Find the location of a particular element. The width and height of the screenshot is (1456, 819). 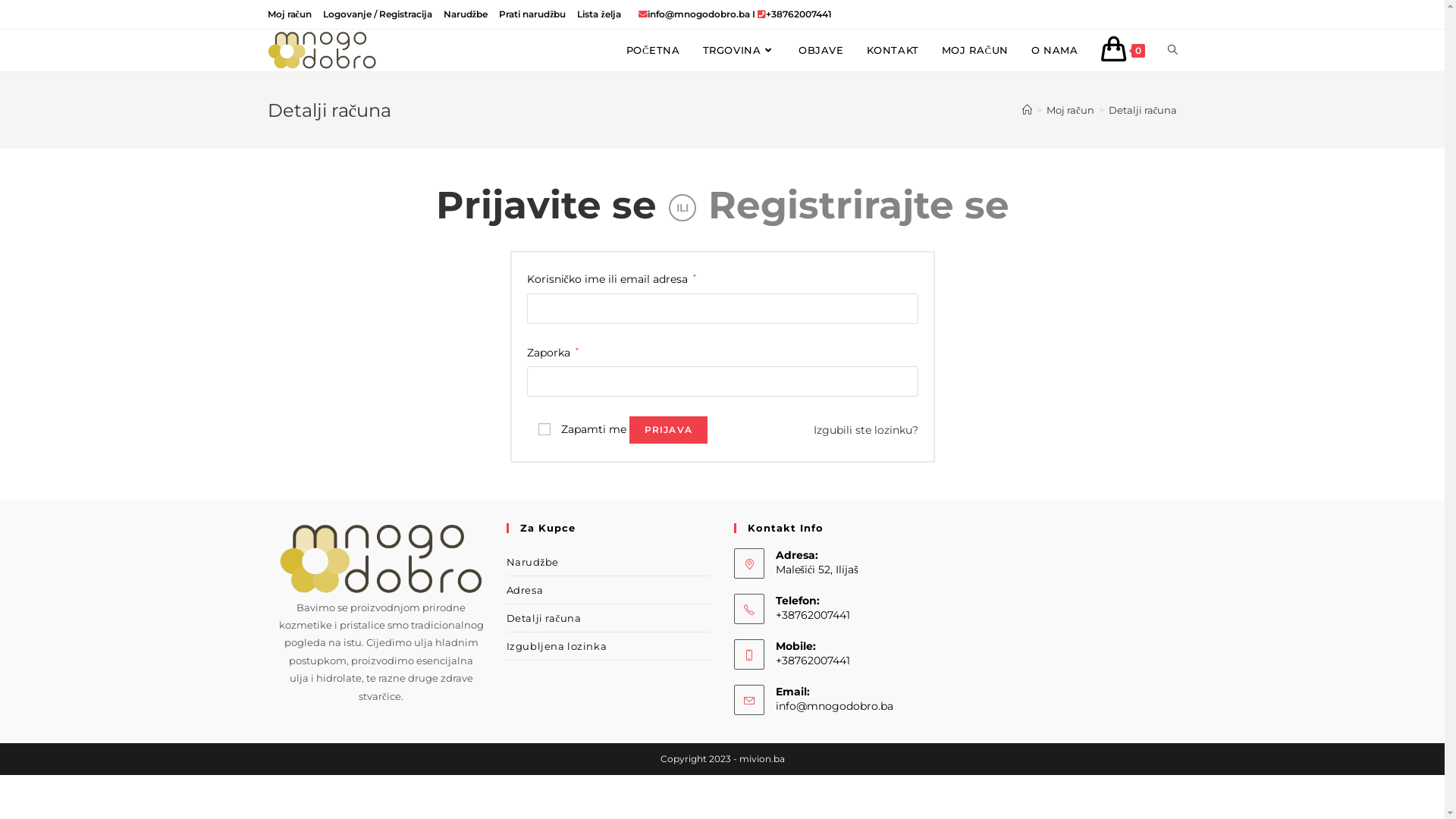

'PRIJAVA' is located at coordinates (629, 430).